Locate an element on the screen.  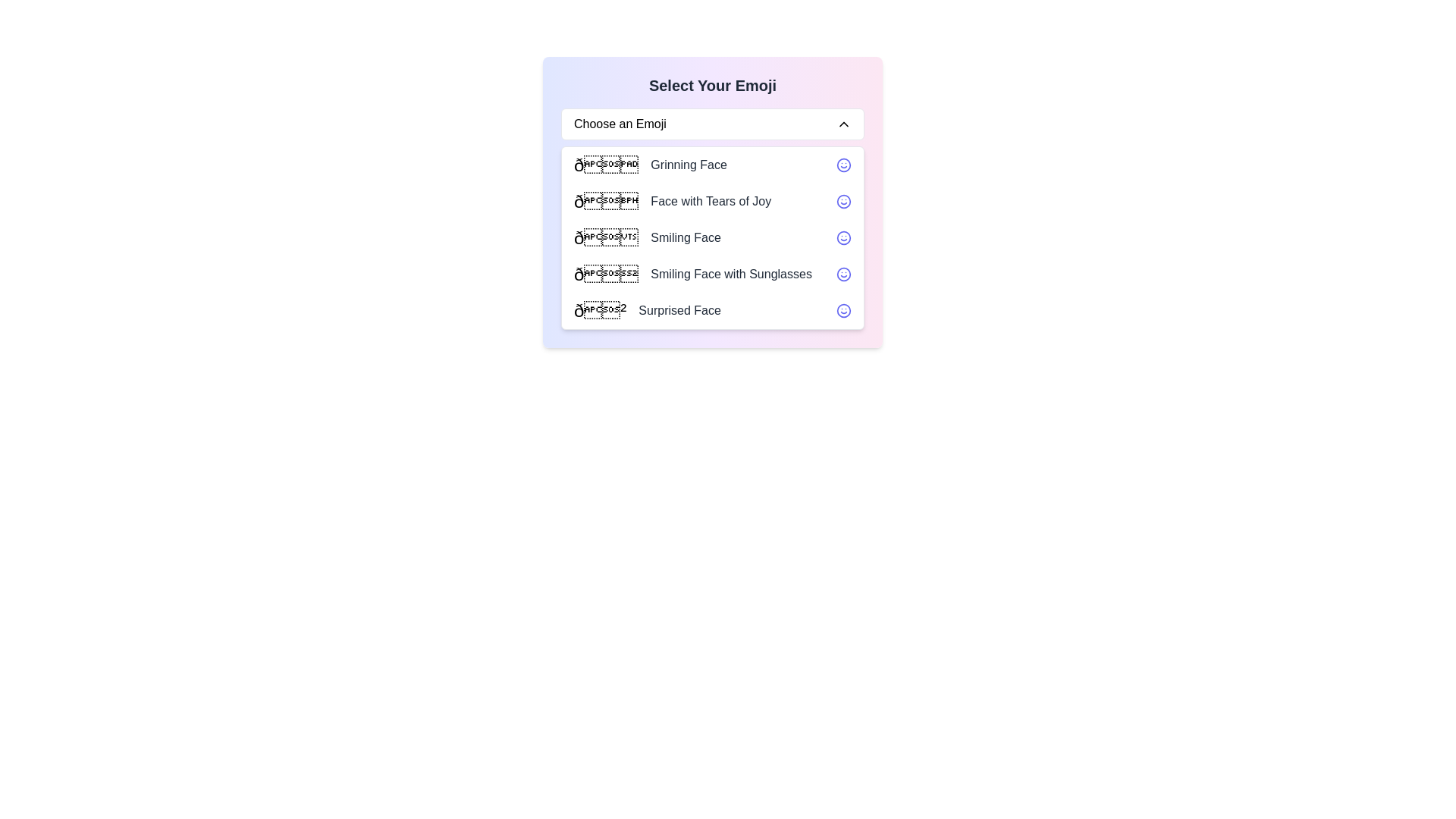
the decorative icon located on the far right side of the 'Face with Tears of Joy' dropdown emoji options is located at coordinates (843, 201).